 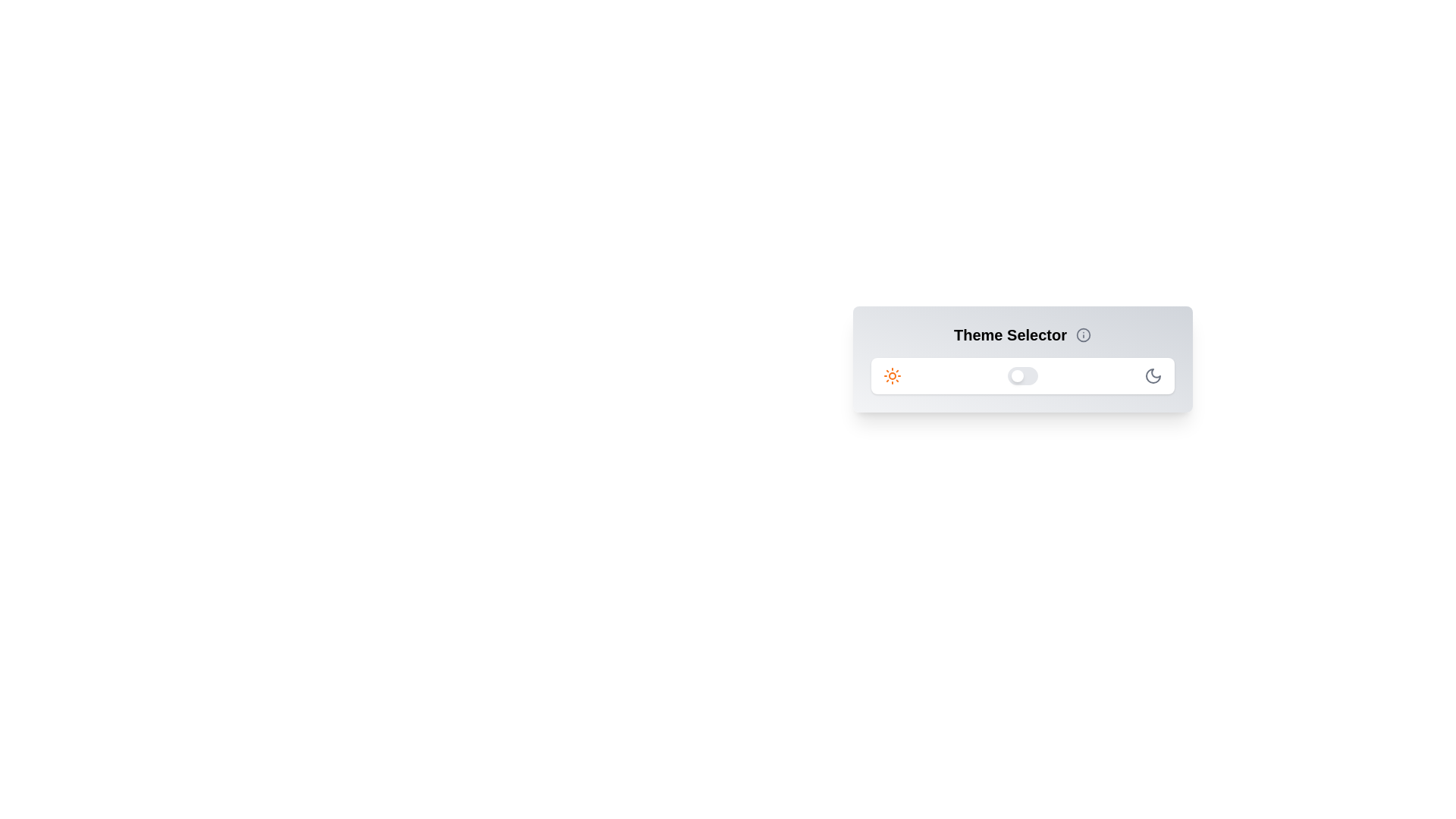 What do you see at coordinates (892, 375) in the screenshot?
I see `the sun icon to trigger its interaction` at bounding box center [892, 375].